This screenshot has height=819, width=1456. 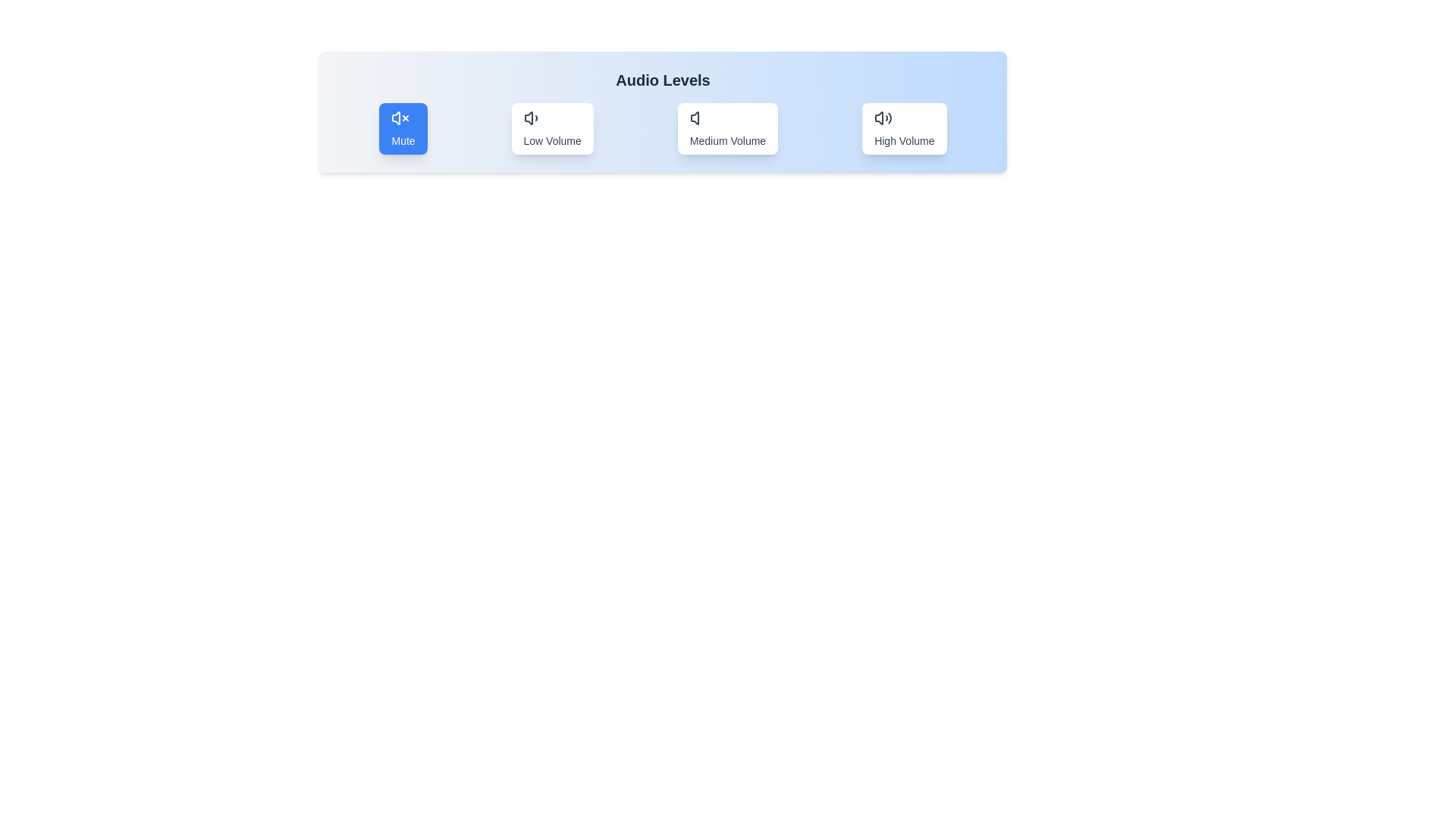 I want to click on the audio mode by clicking on the button corresponding to Medium Volume, so click(x=728, y=127).